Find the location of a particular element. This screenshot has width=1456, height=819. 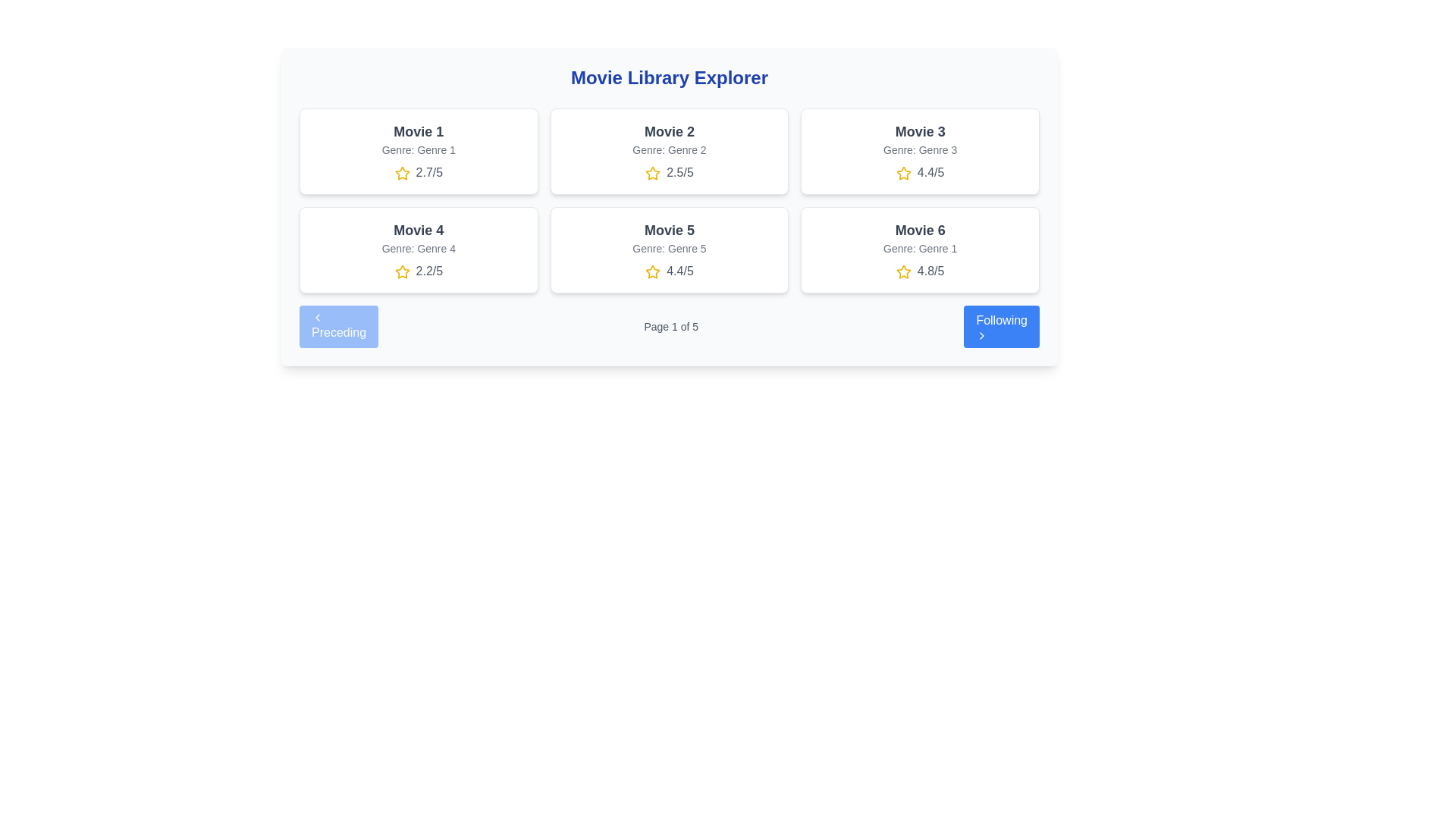

the star-shaped icon representing the rating for 'Movie 5', which is located in the second row, middle column of the grid layout, above the text '4.4/5' is located at coordinates (653, 271).